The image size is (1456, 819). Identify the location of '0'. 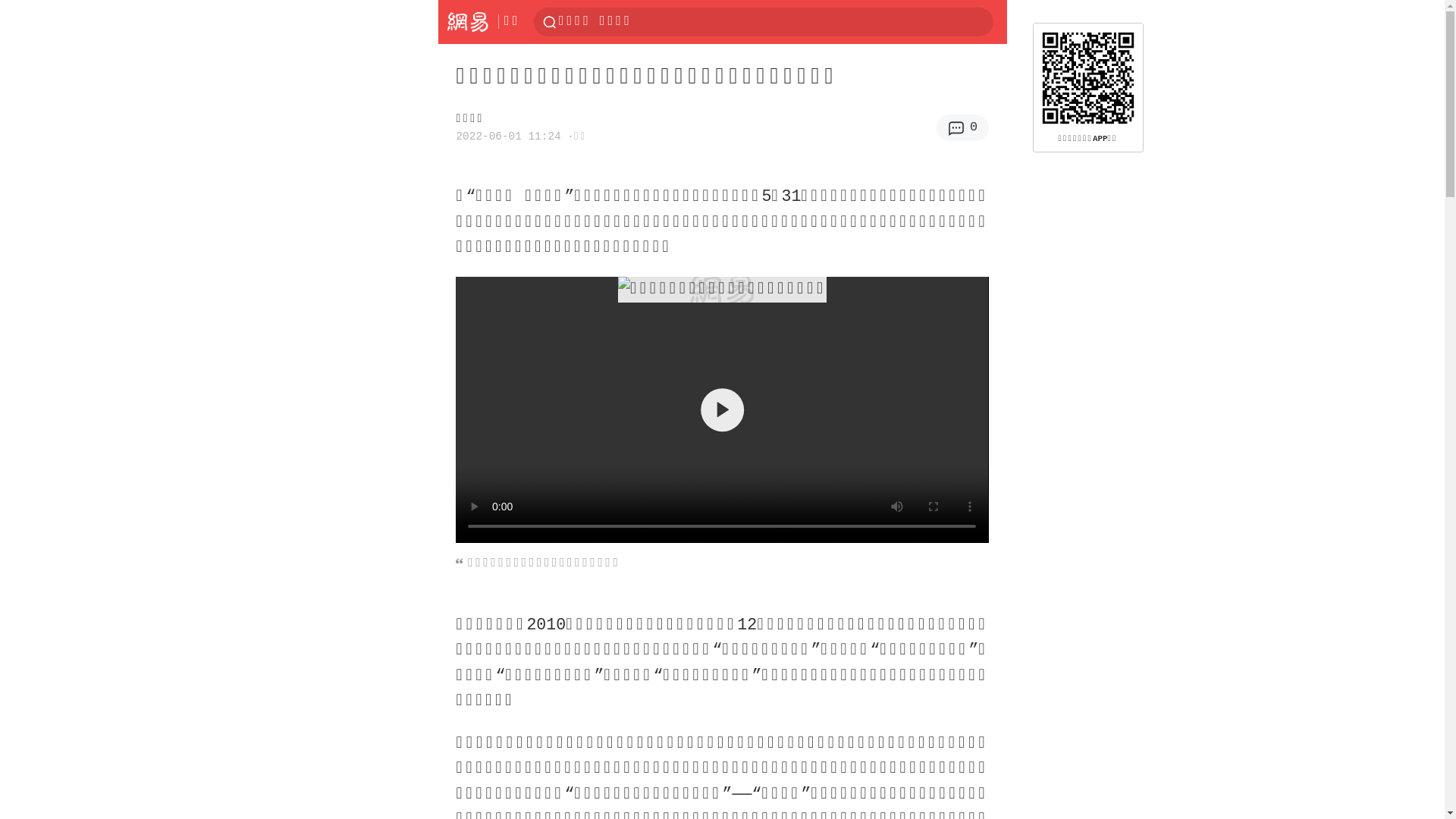
(962, 127).